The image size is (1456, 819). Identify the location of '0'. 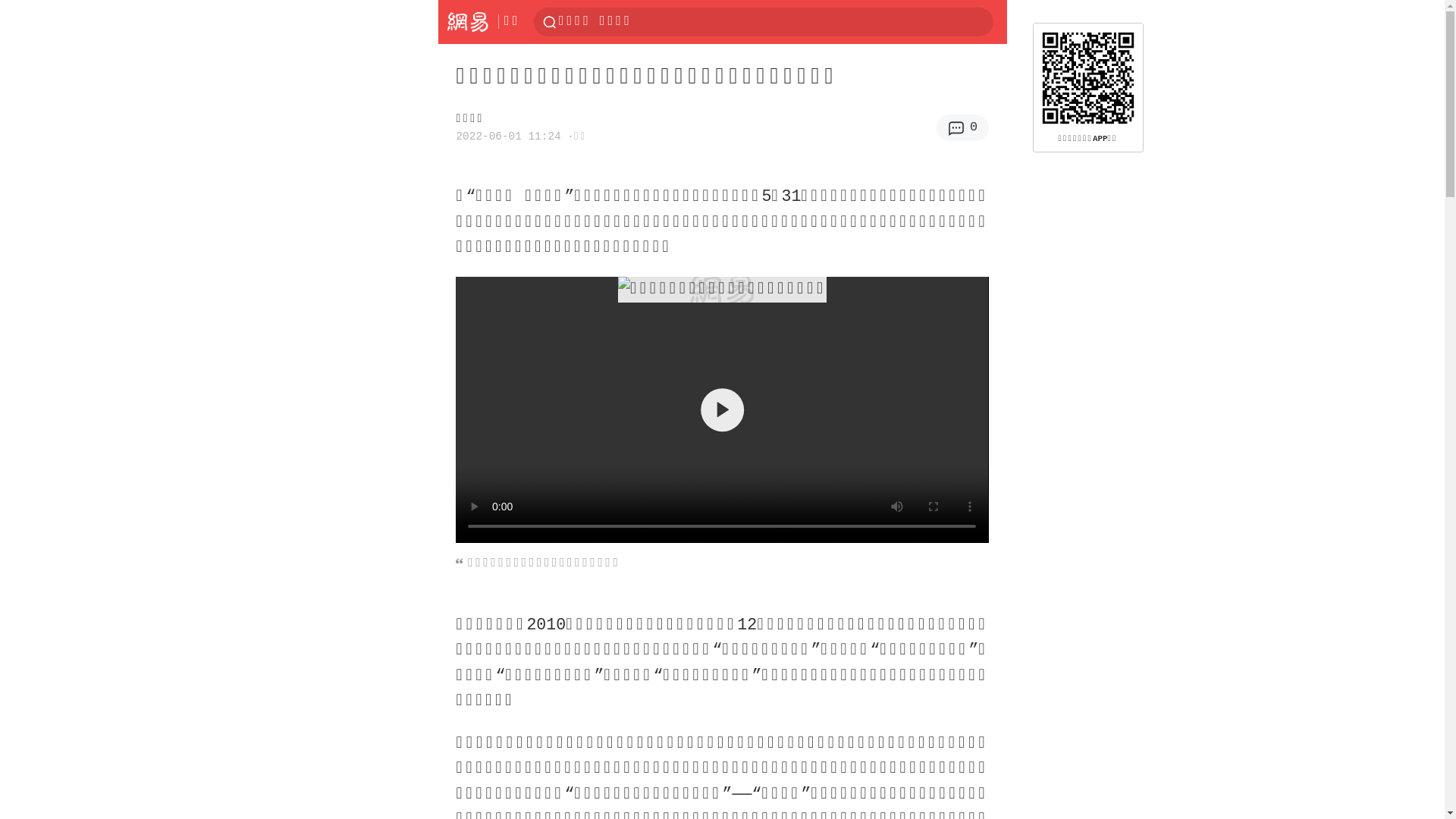
(962, 127).